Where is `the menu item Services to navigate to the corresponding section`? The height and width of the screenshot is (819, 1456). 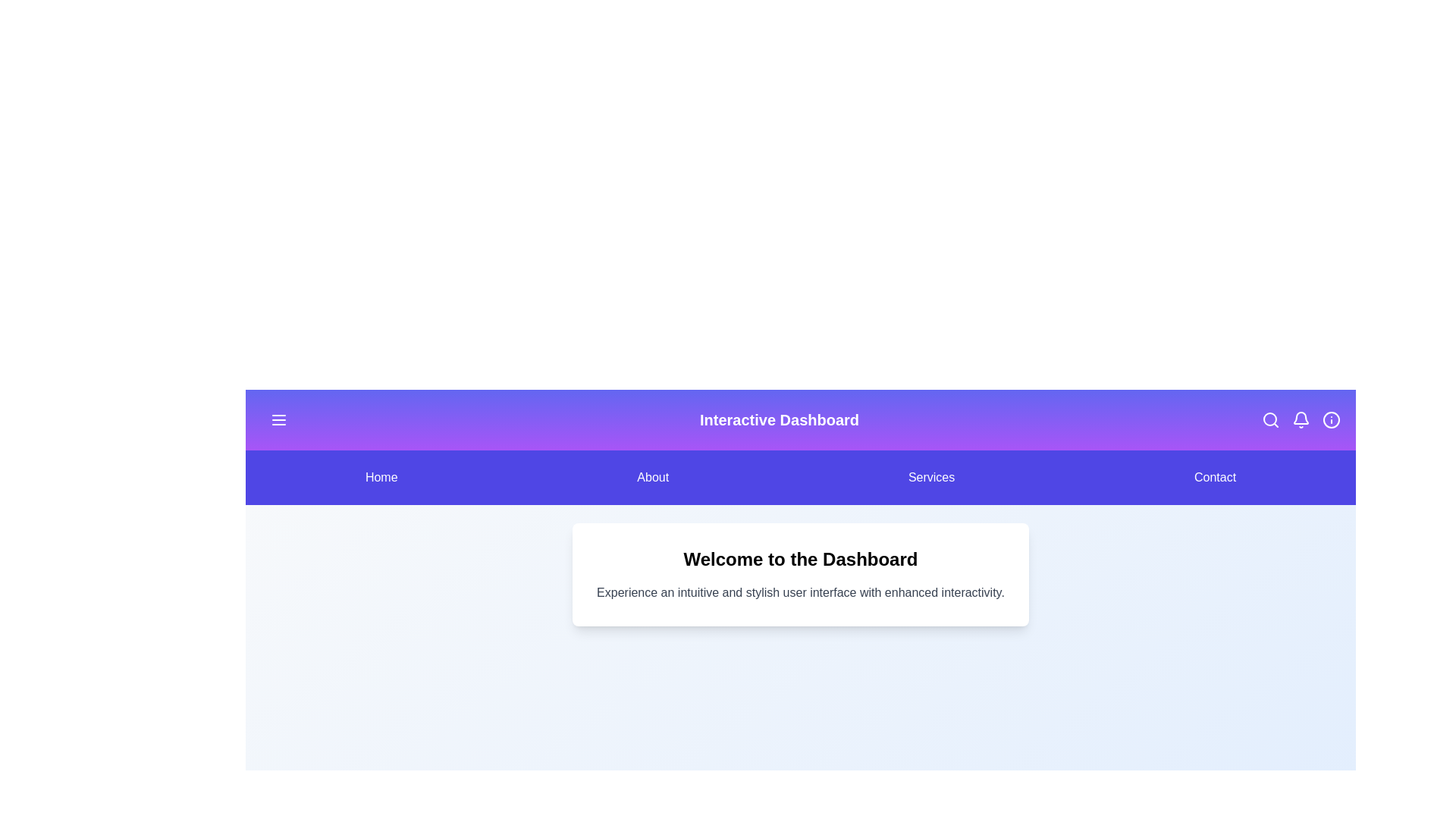 the menu item Services to navigate to the corresponding section is located at coordinates (930, 476).